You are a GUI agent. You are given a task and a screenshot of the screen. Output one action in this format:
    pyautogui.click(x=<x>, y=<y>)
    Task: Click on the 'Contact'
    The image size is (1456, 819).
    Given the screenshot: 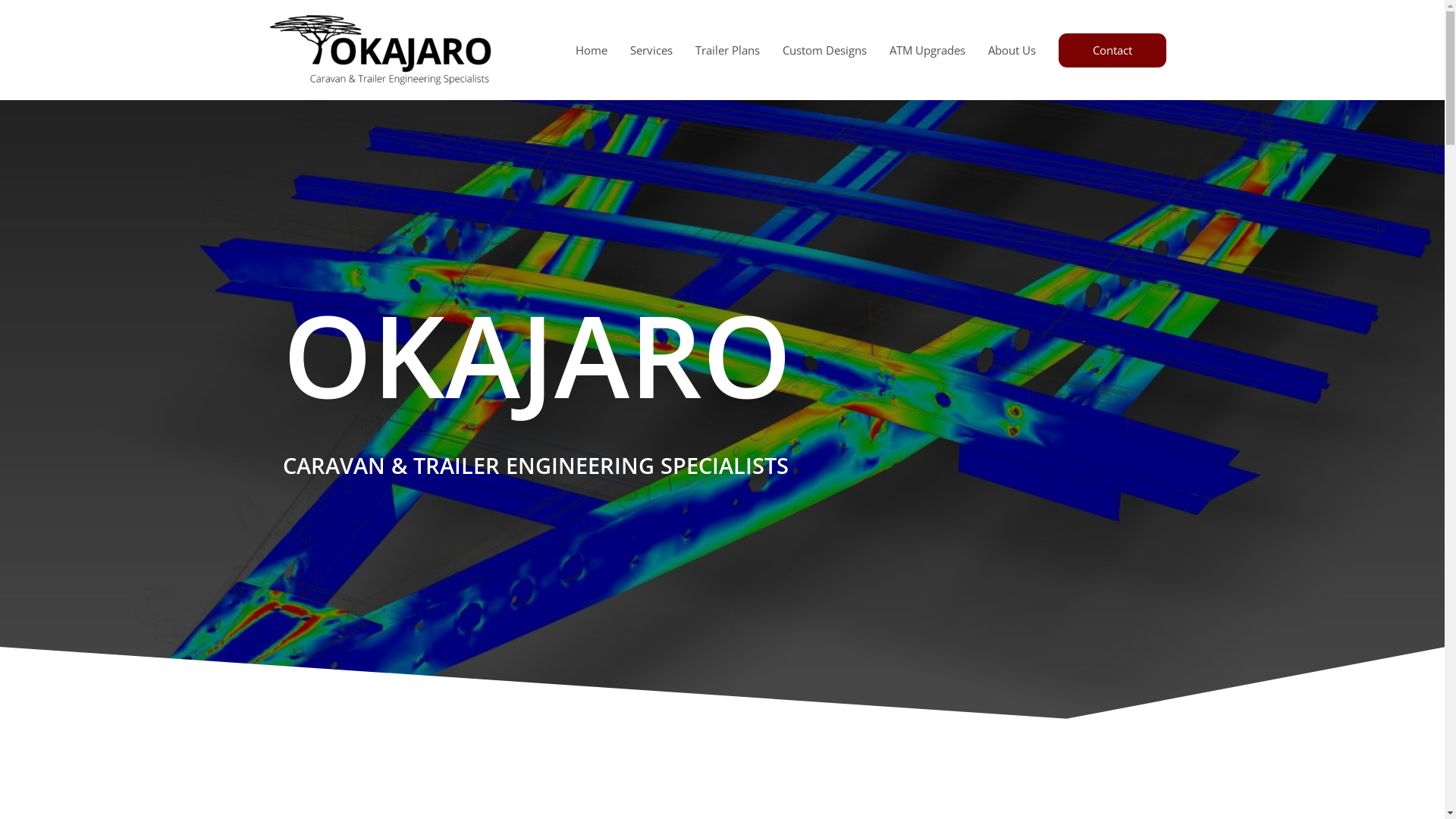 What is the action you would take?
    pyautogui.click(x=1112, y=49)
    